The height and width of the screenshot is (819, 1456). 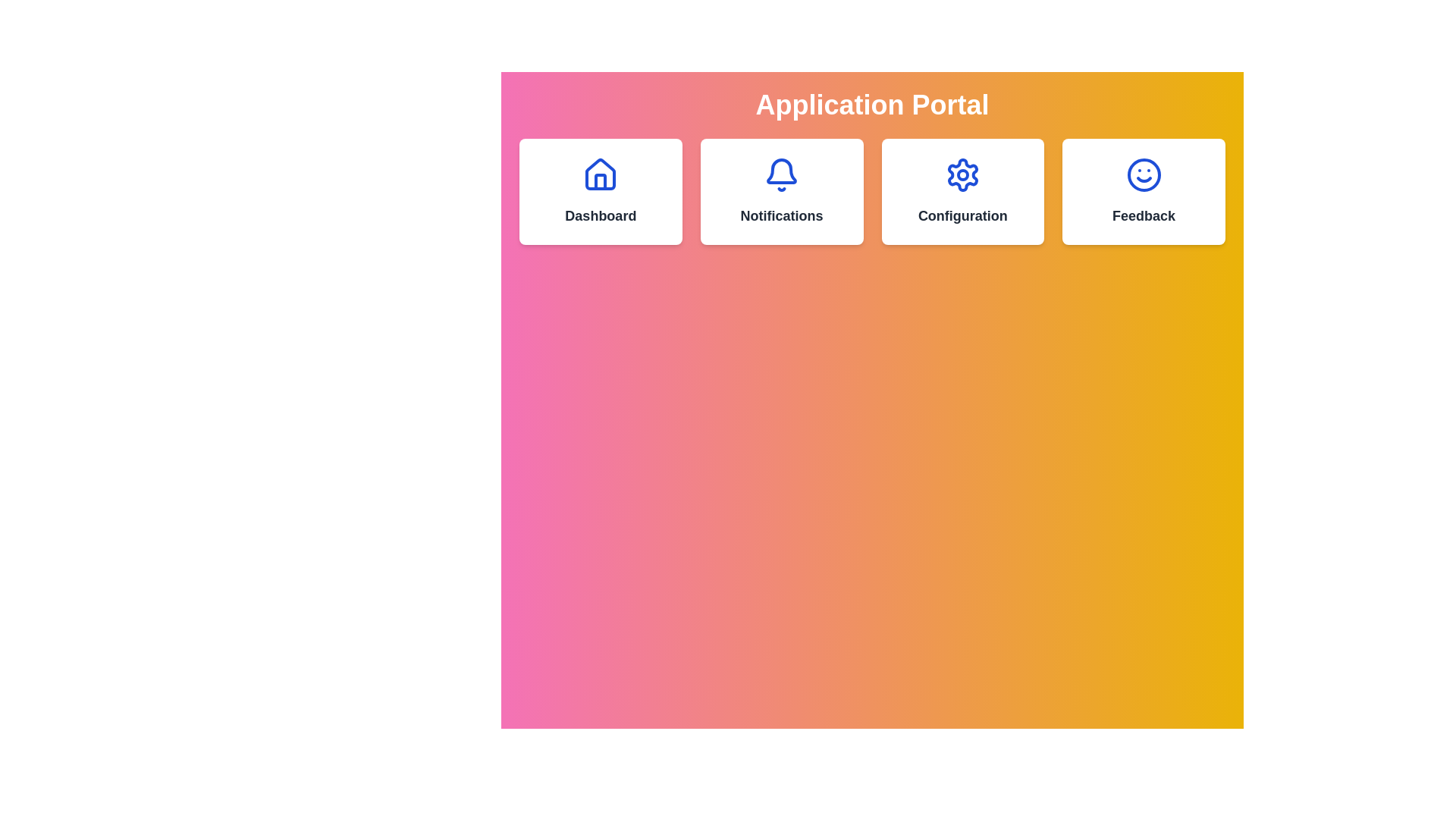 What do you see at coordinates (962, 191) in the screenshot?
I see `the 'Configuration' button located in the third column of the 2x4 grid layout` at bounding box center [962, 191].